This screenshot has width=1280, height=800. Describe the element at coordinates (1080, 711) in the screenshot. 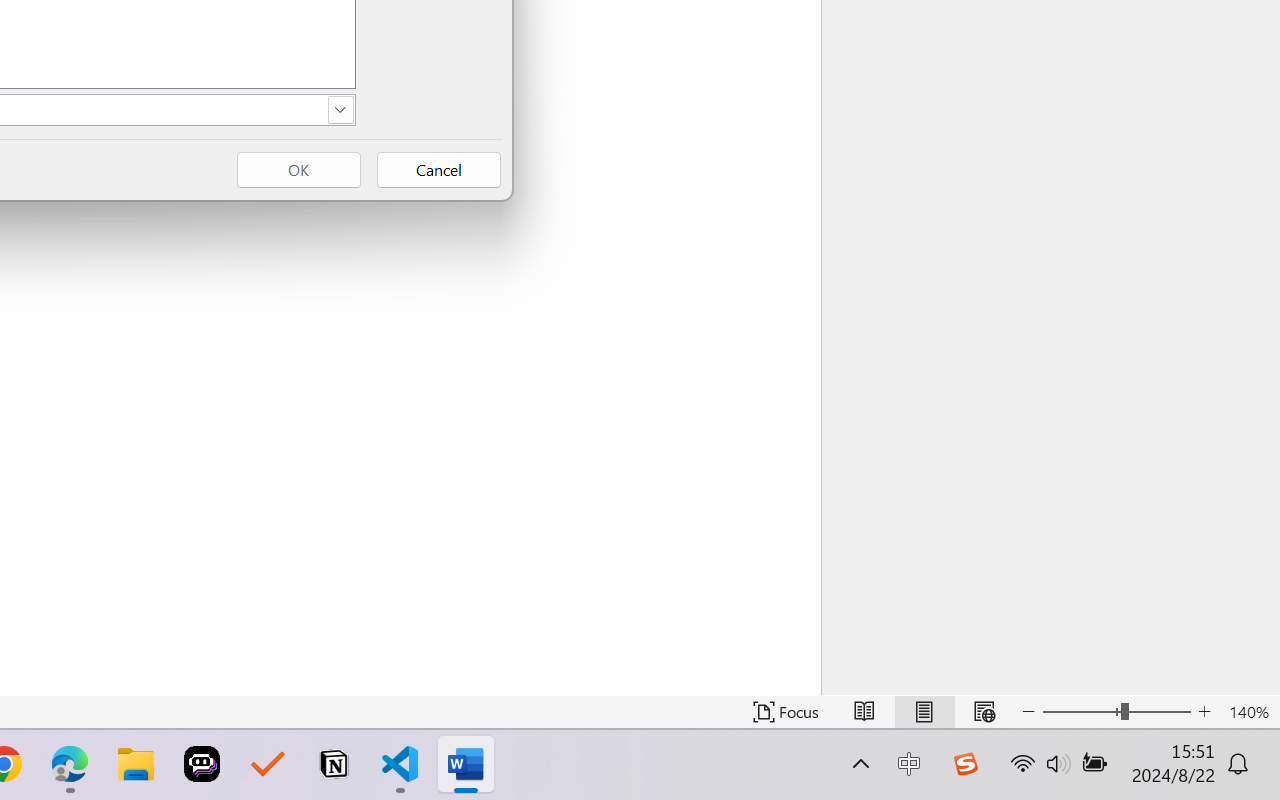

I see `'Zoom Out'` at that location.